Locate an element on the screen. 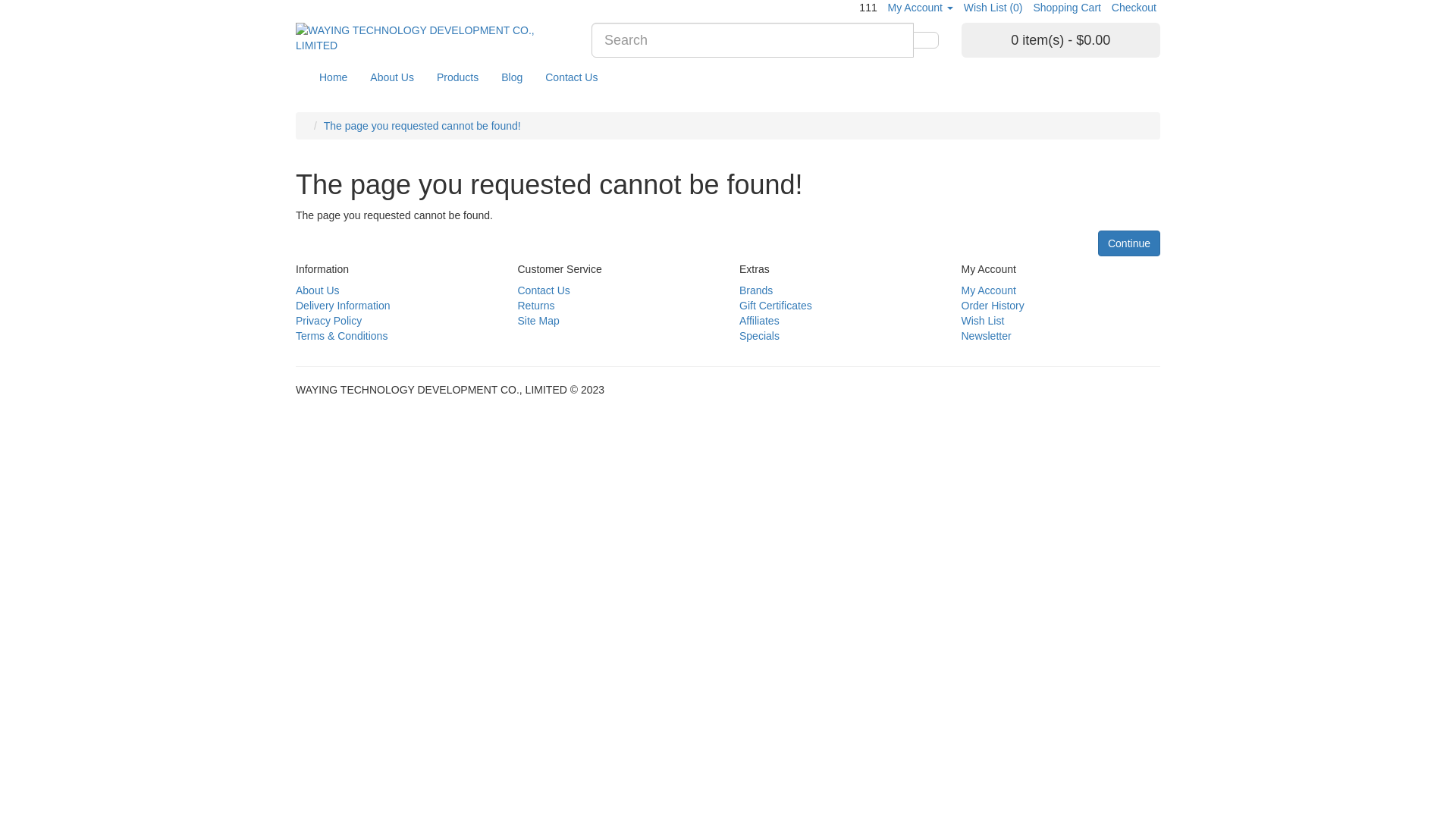 This screenshot has width=1456, height=819. 'Wish List' is located at coordinates (983, 320).